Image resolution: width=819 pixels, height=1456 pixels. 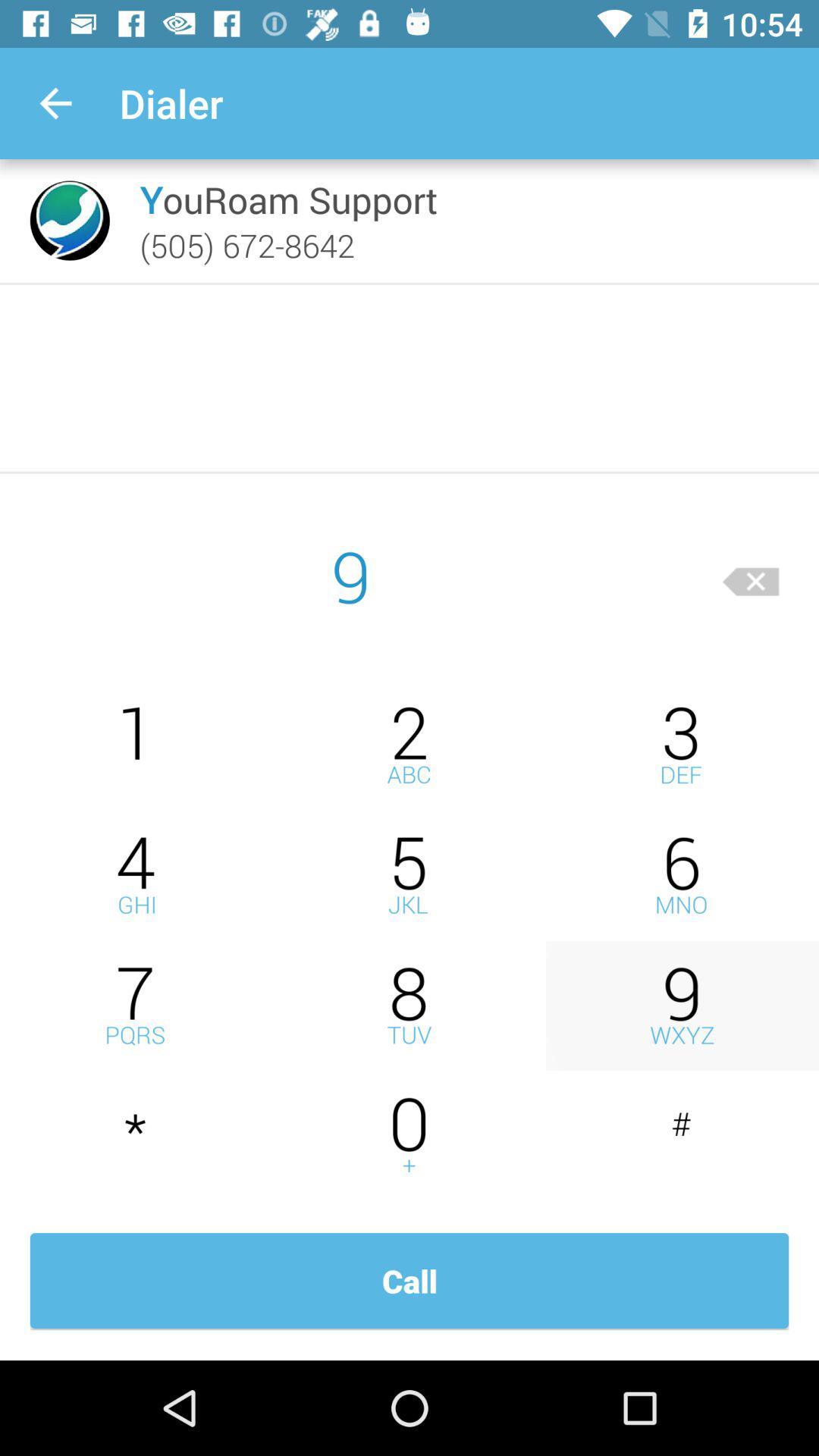 I want to click on click the number 4, so click(x=136, y=875).